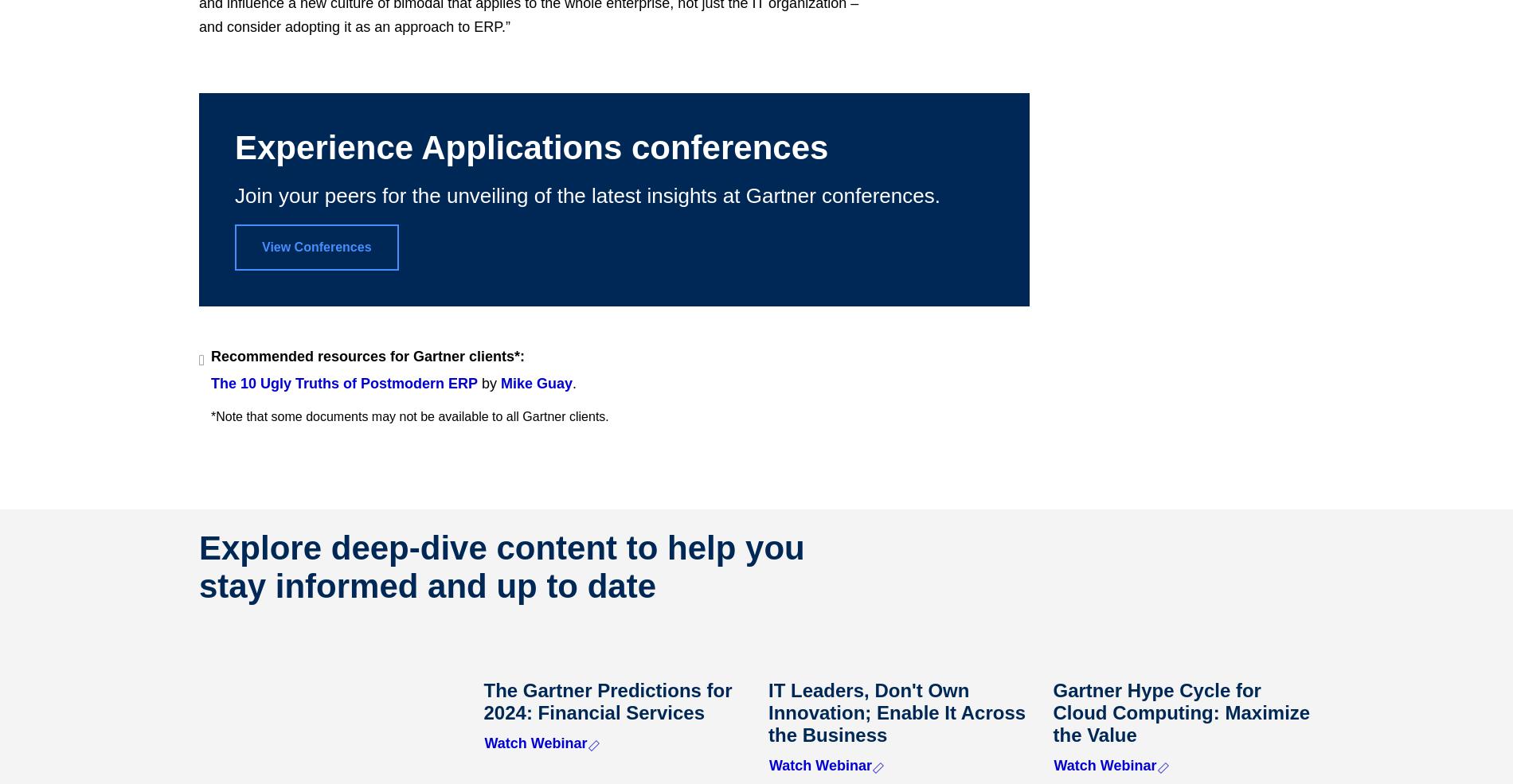 This screenshot has height=784, width=1513. I want to click on 'Recommended resources for Gartner clients*:', so click(209, 355).